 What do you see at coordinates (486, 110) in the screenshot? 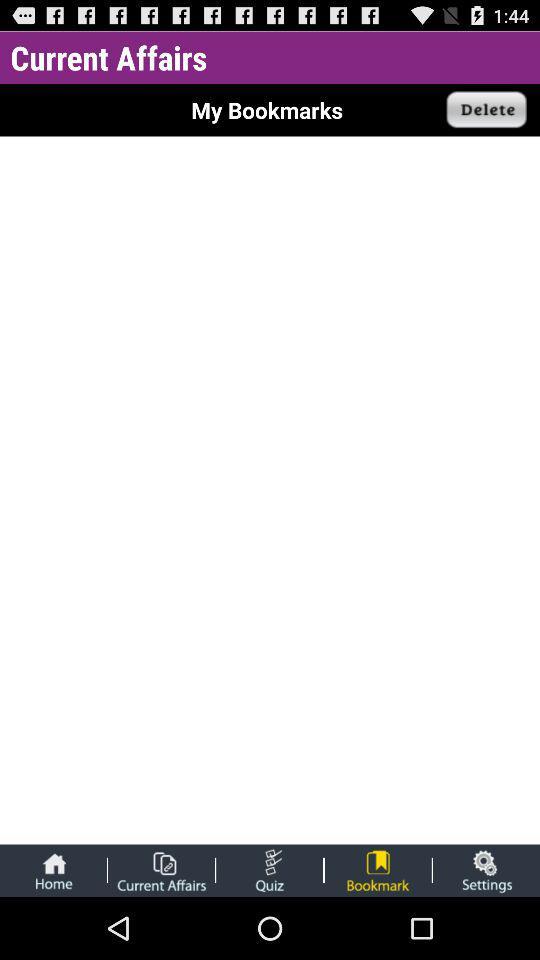
I see `item at the top right corner` at bounding box center [486, 110].